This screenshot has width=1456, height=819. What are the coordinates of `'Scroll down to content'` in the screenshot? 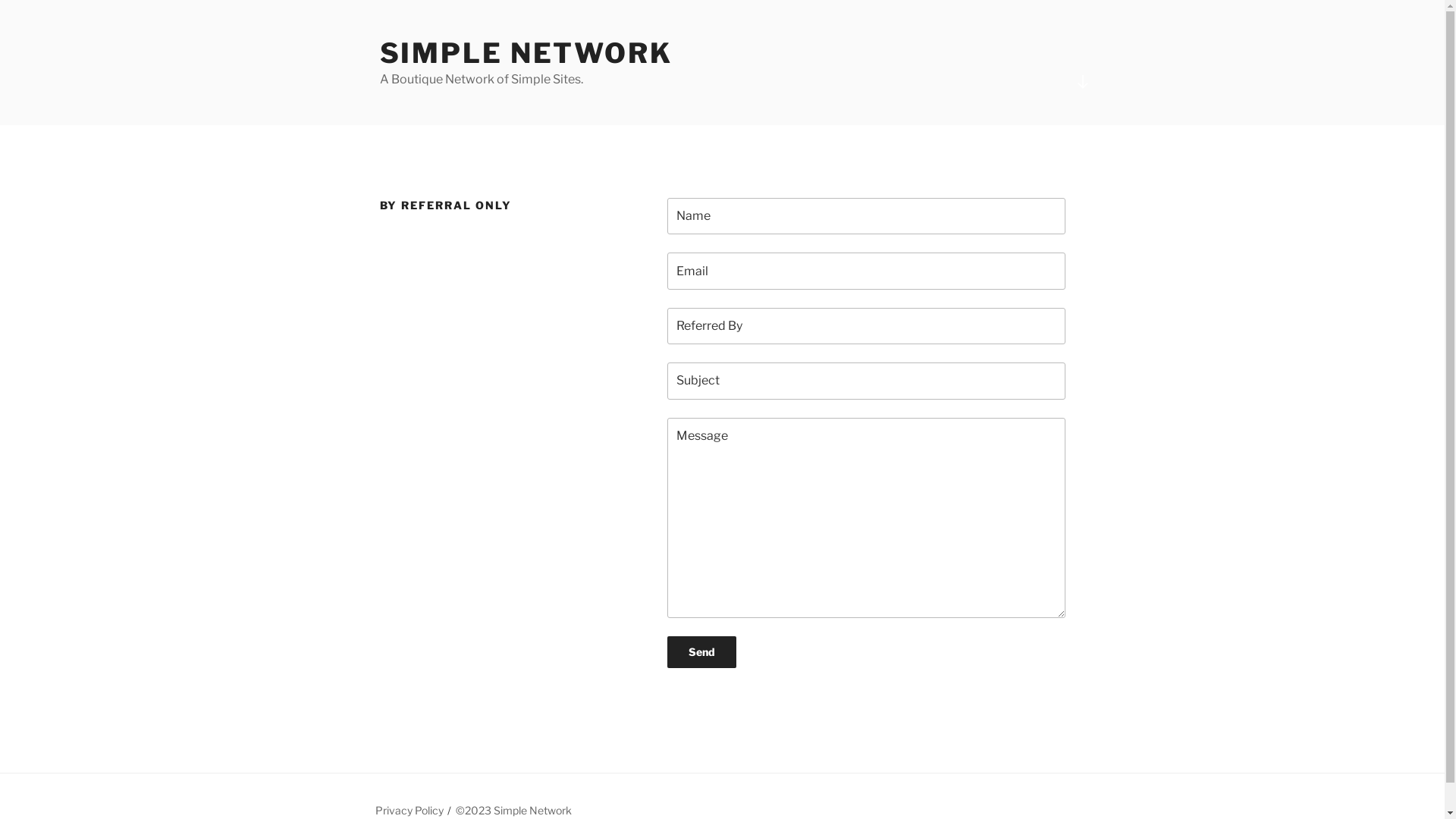 It's located at (1062, 82).